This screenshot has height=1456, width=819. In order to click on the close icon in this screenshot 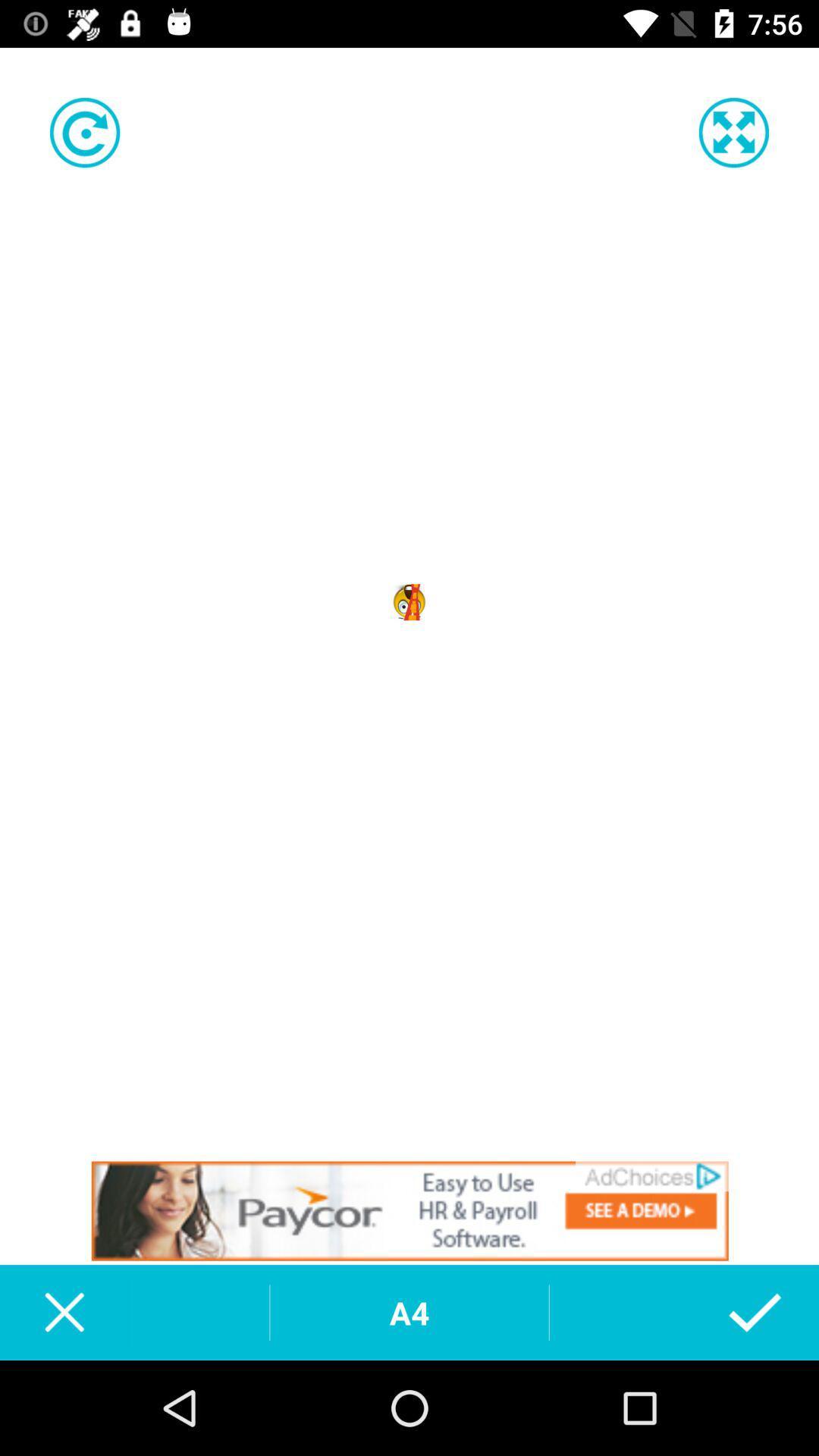, I will do `click(63, 1312)`.